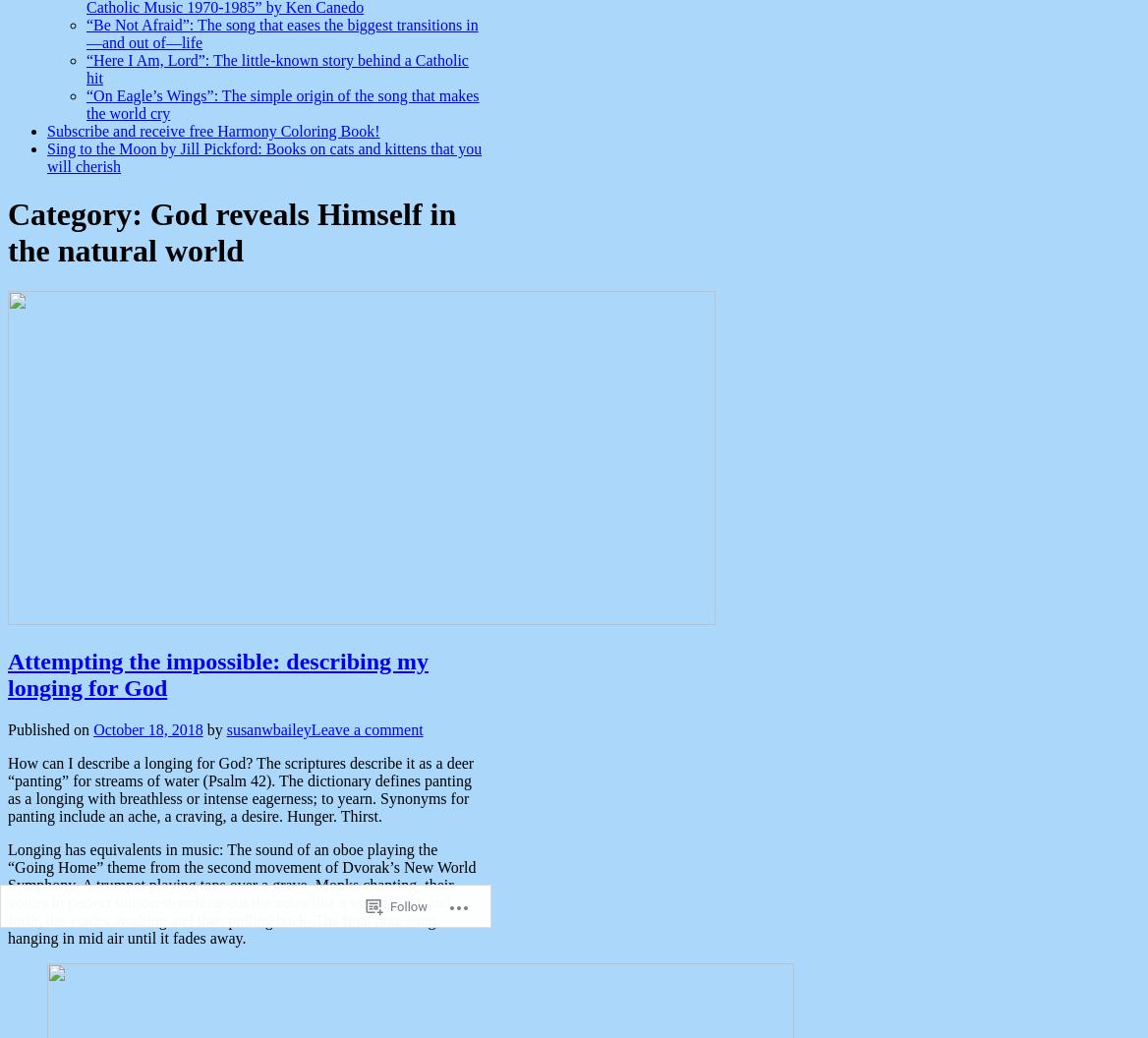 Image resolution: width=1148 pixels, height=1038 pixels. I want to click on 'susanwbailey', so click(266, 727).